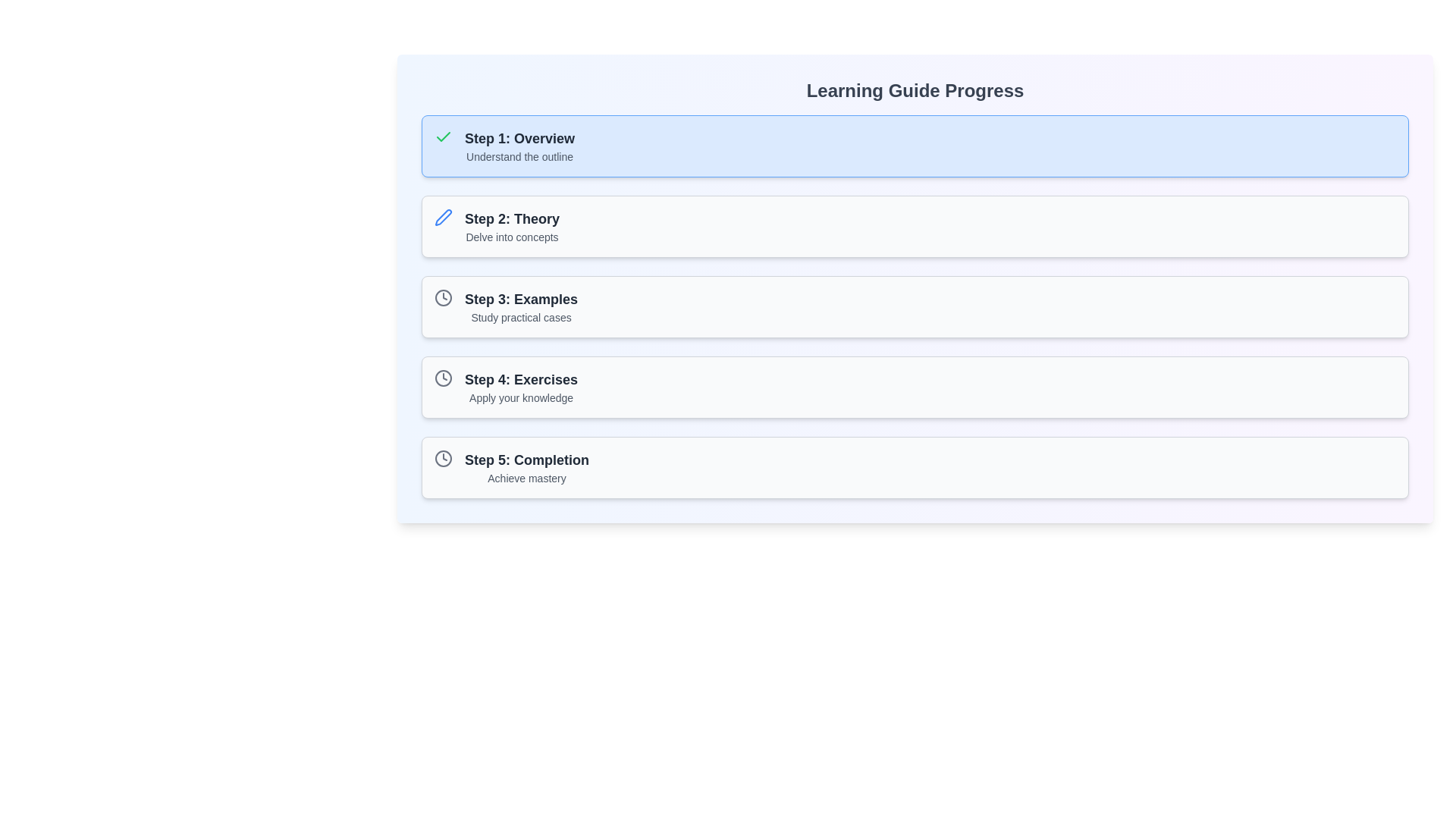  Describe the element at coordinates (521, 299) in the screenshot. I see `header text for step 3 in the learning guide, which is a bold title above the description 'Study practical cases'` at that location.